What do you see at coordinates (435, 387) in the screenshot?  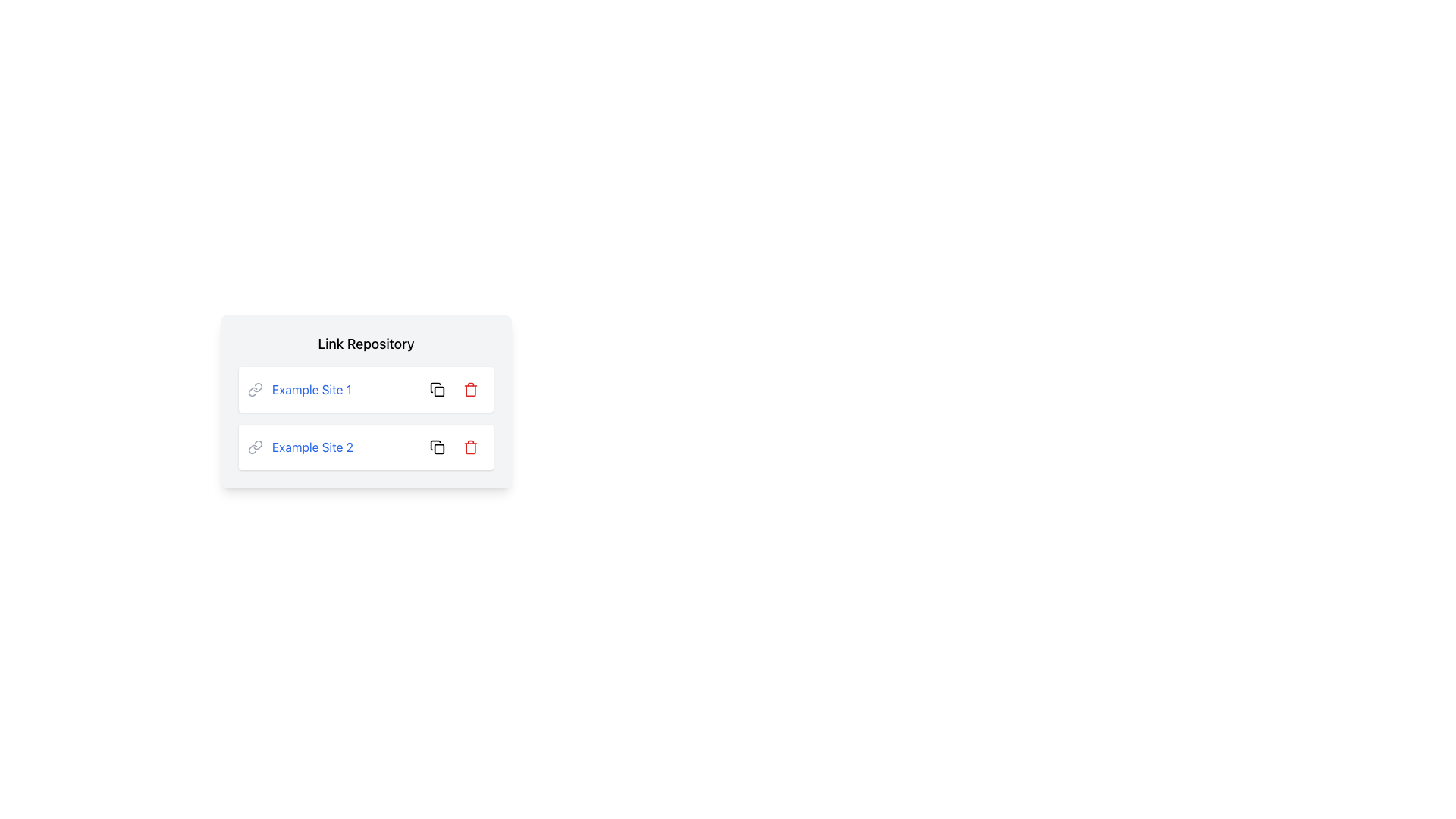 I see `the copy functionality icon located to the right of the 'Example Site 1' text in the 'Link Repository' component` at bounding box center [435, 387].